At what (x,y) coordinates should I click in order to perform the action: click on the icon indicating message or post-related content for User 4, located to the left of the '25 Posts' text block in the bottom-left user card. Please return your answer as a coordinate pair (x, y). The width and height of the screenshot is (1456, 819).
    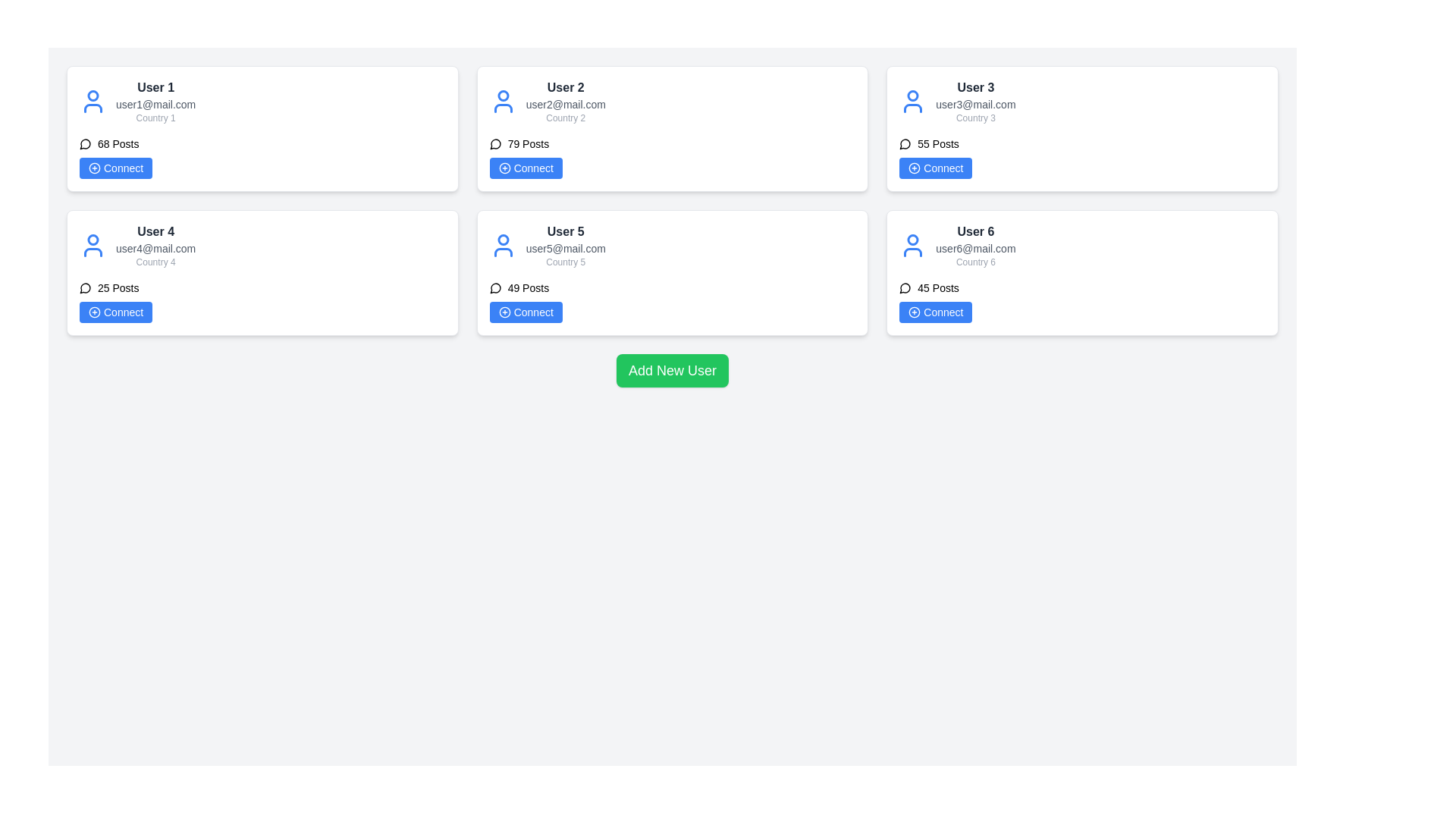
    Looking at the image, I should click on (85, 288).